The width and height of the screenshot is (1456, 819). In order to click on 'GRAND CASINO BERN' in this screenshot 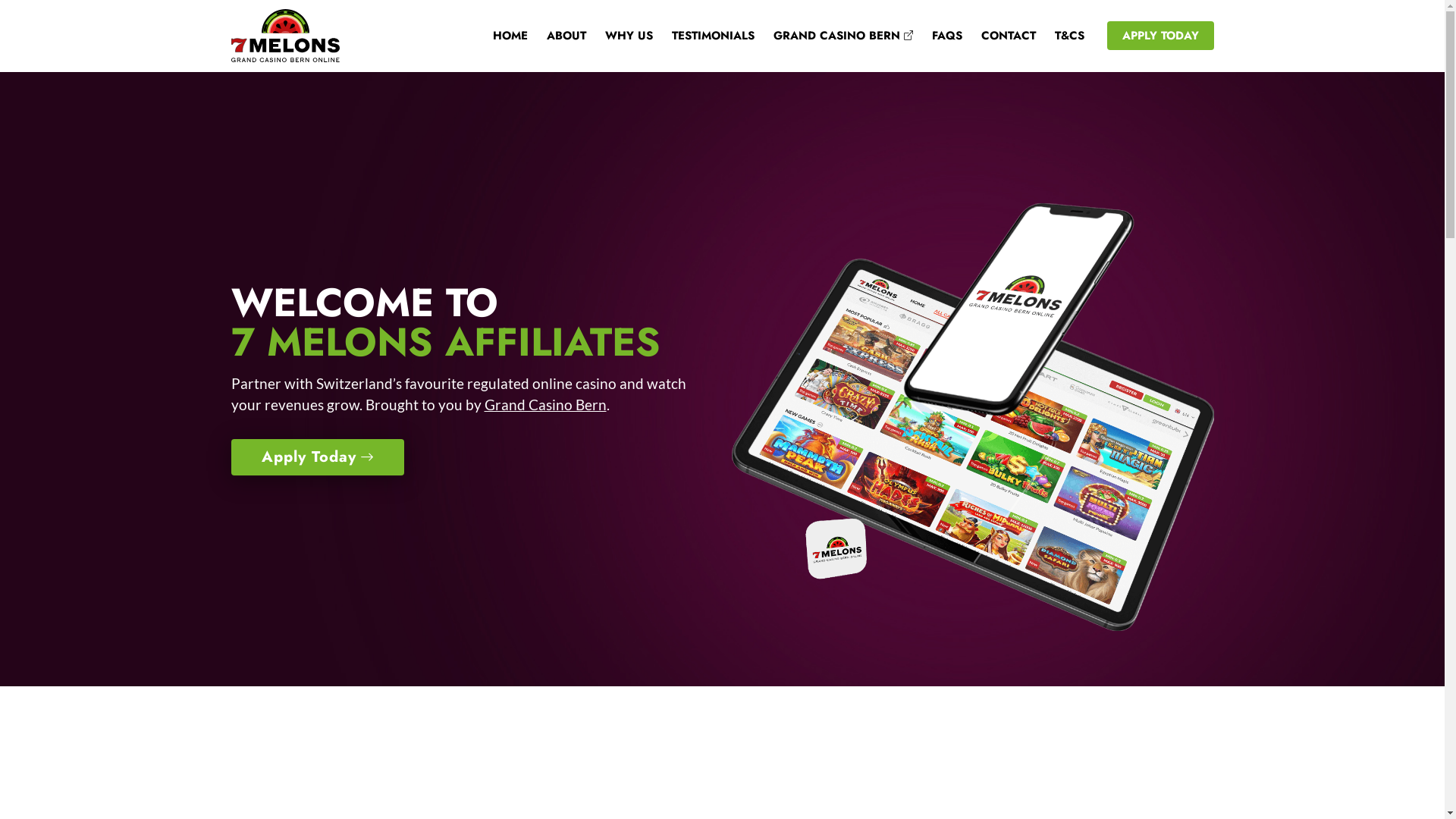, I will do `click(832, 35)`.